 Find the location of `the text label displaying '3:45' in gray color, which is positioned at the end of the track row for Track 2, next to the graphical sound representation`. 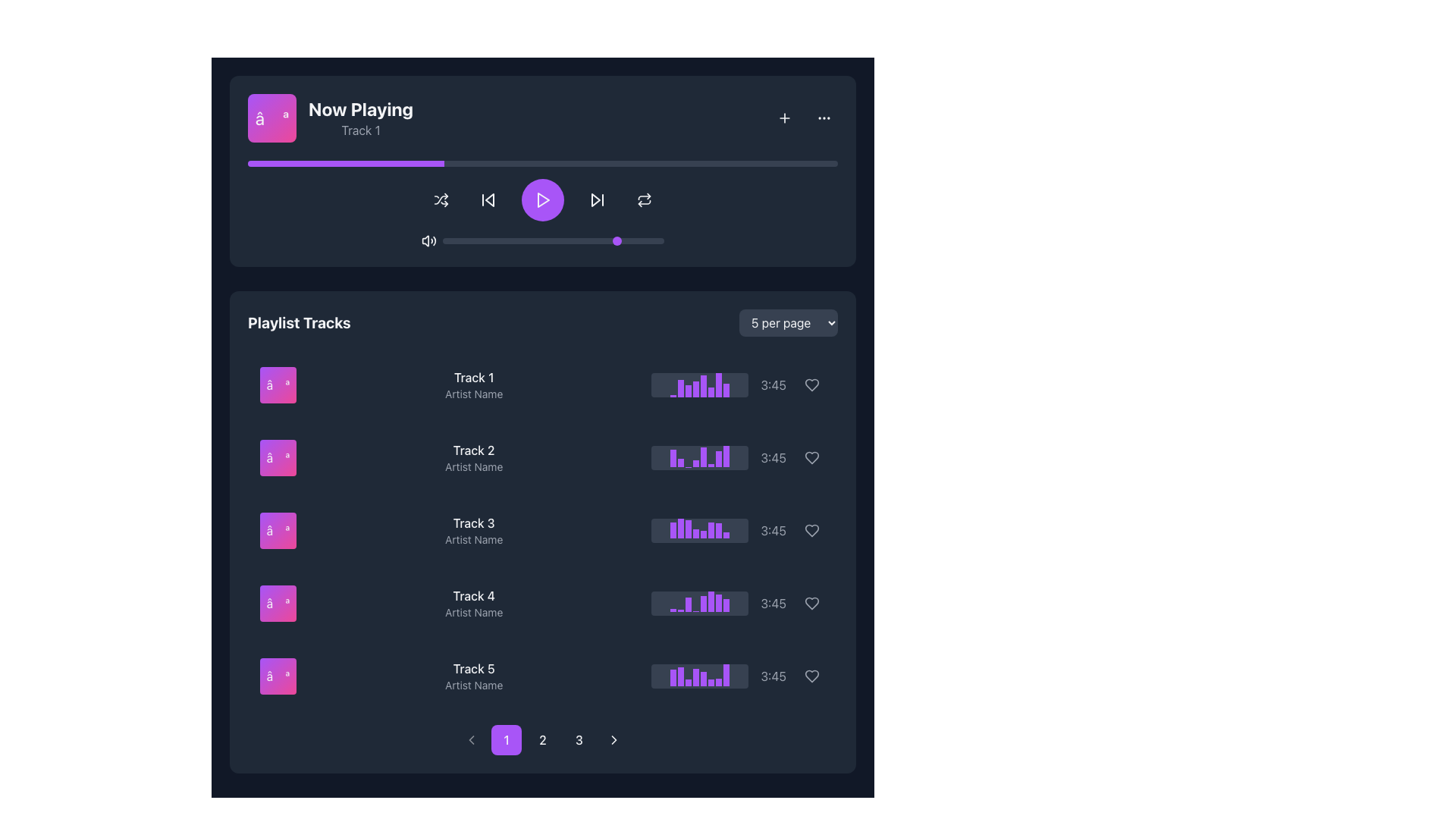

the text label displaying '3:45' in gray color, which is positioned at the end of the track row for Track 2, next to the graphical sound representation is located at coordinates (773, 457).